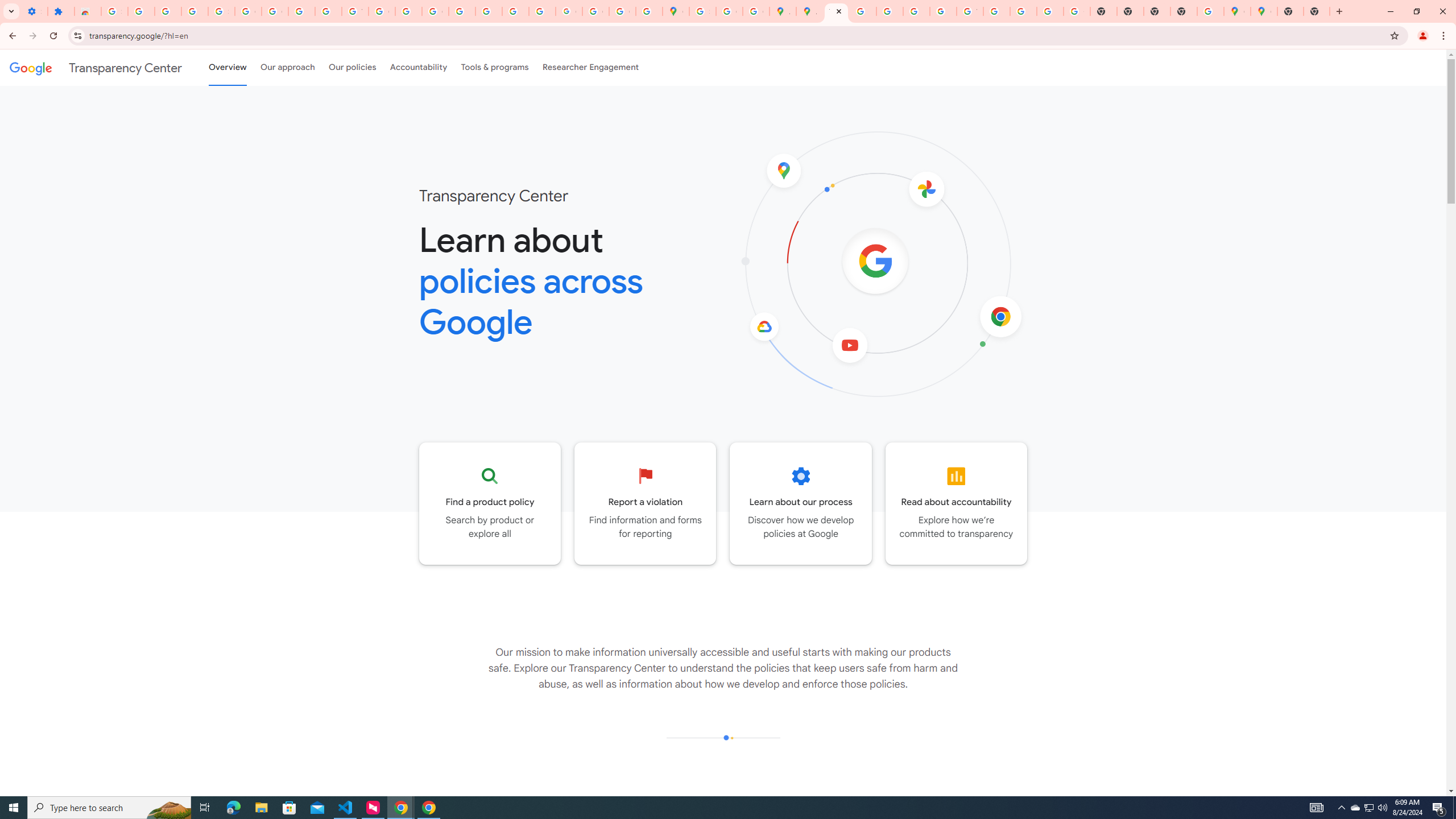  Describe the element at coordinates (1236, 11) in the screenshot. I see `'Google Maps'` at that location.